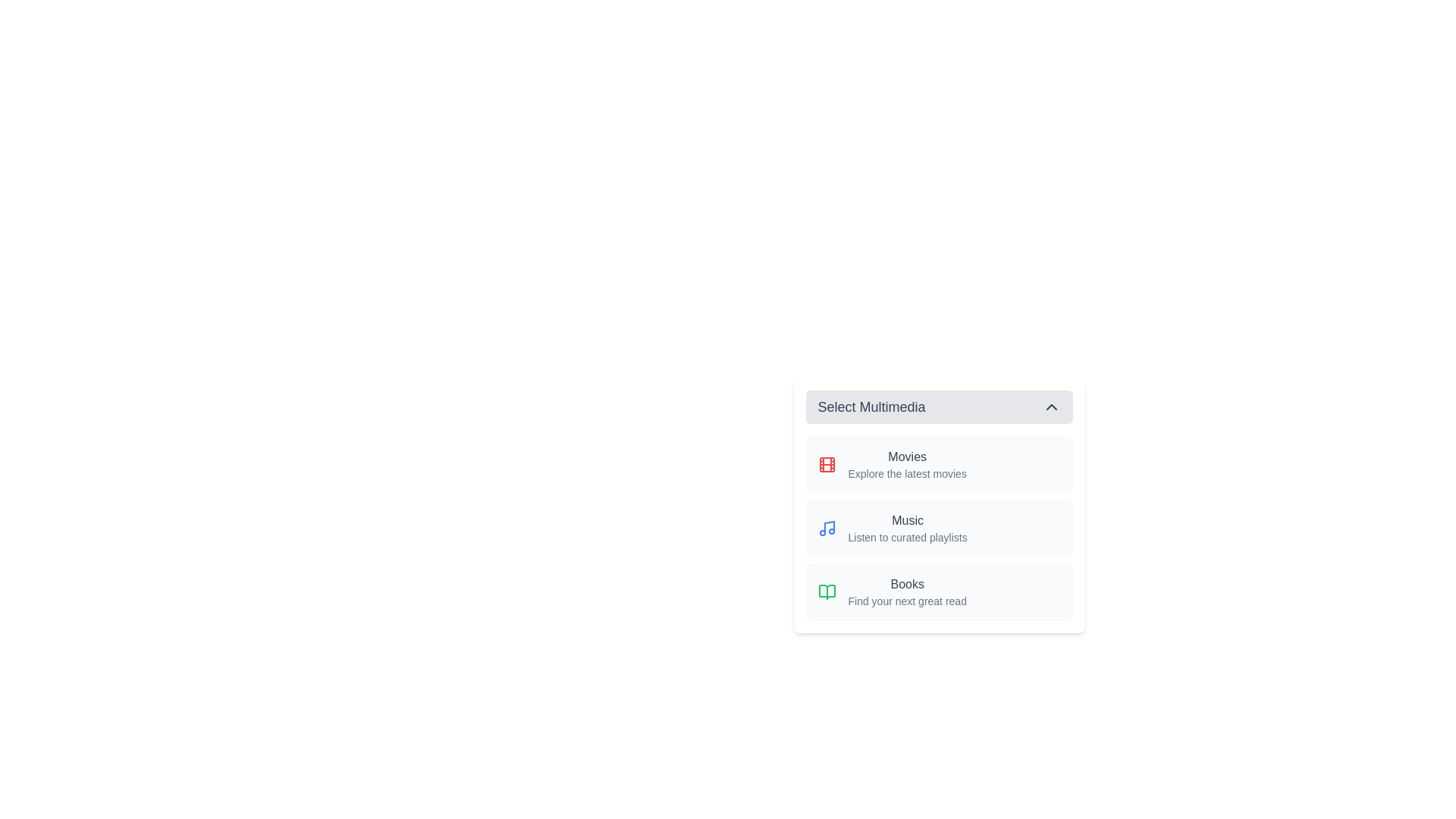 The image size is (1456, 819). I want to click on the red movie reel icon located on the leftmost part of the first entry in the multimedia options list, adjacent to the 'Movies' title and description, so click(826, 464).